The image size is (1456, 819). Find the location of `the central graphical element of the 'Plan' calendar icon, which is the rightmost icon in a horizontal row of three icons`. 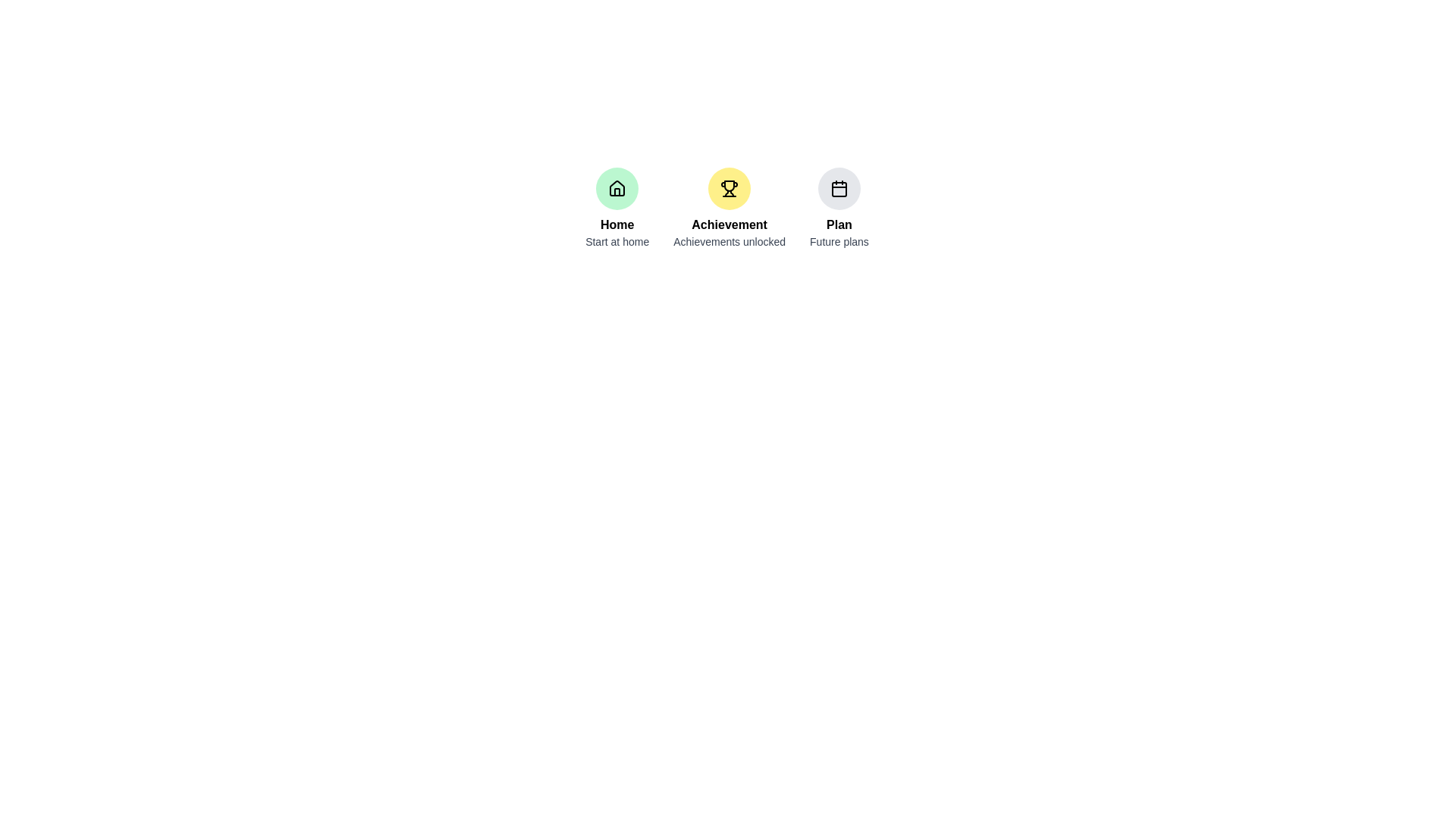

the central graphical element of the 'Plan' calendar icon, which is the rightmost icon in a horizontal row of three icons is located at coordinates (838, 189).